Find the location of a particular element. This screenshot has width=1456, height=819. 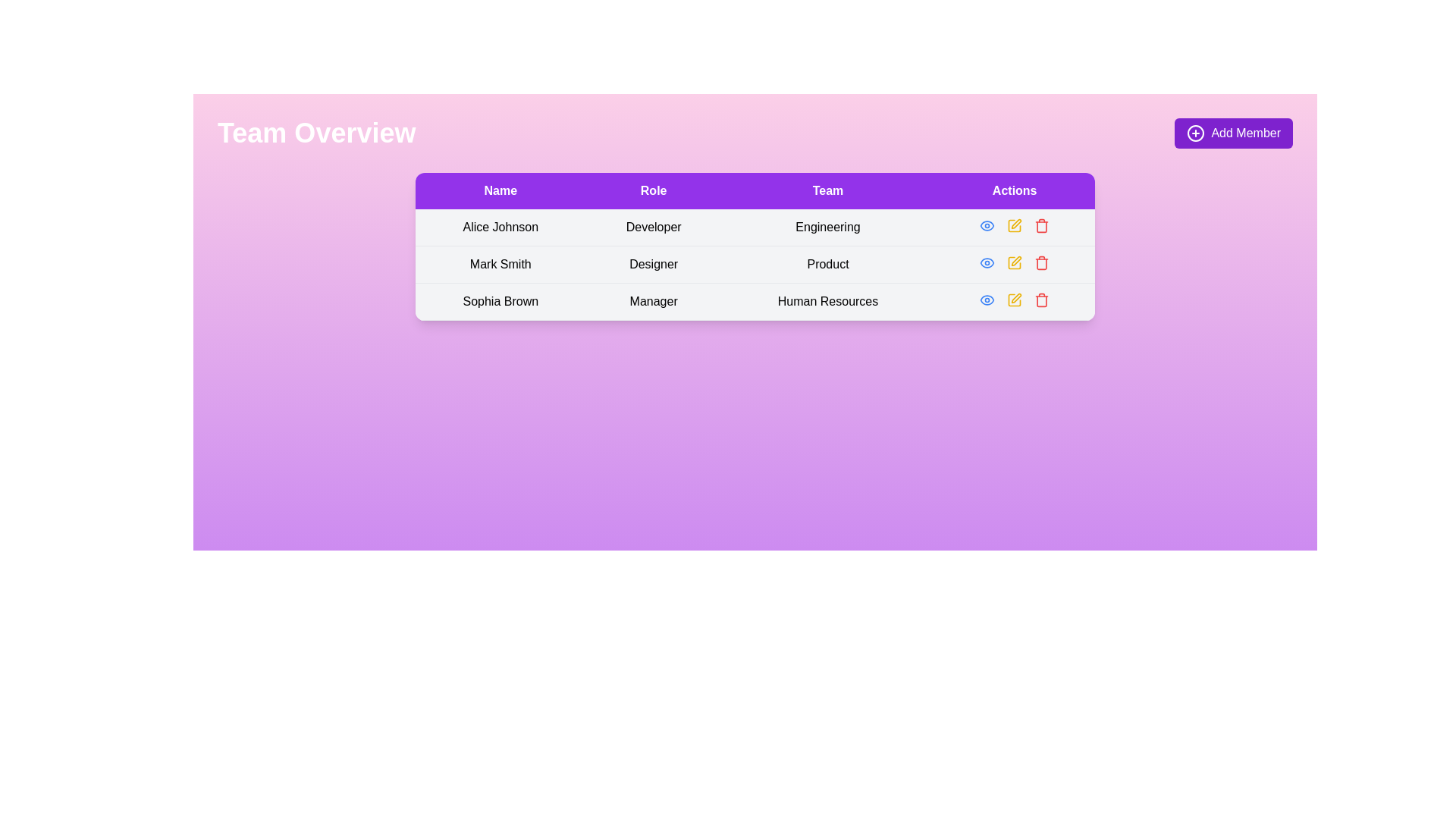

the blue eye-shaped icon in the 'Actions' column for the first row of the table corresponding to user 'Alice Johnson' is located at coordinates (987, 225).